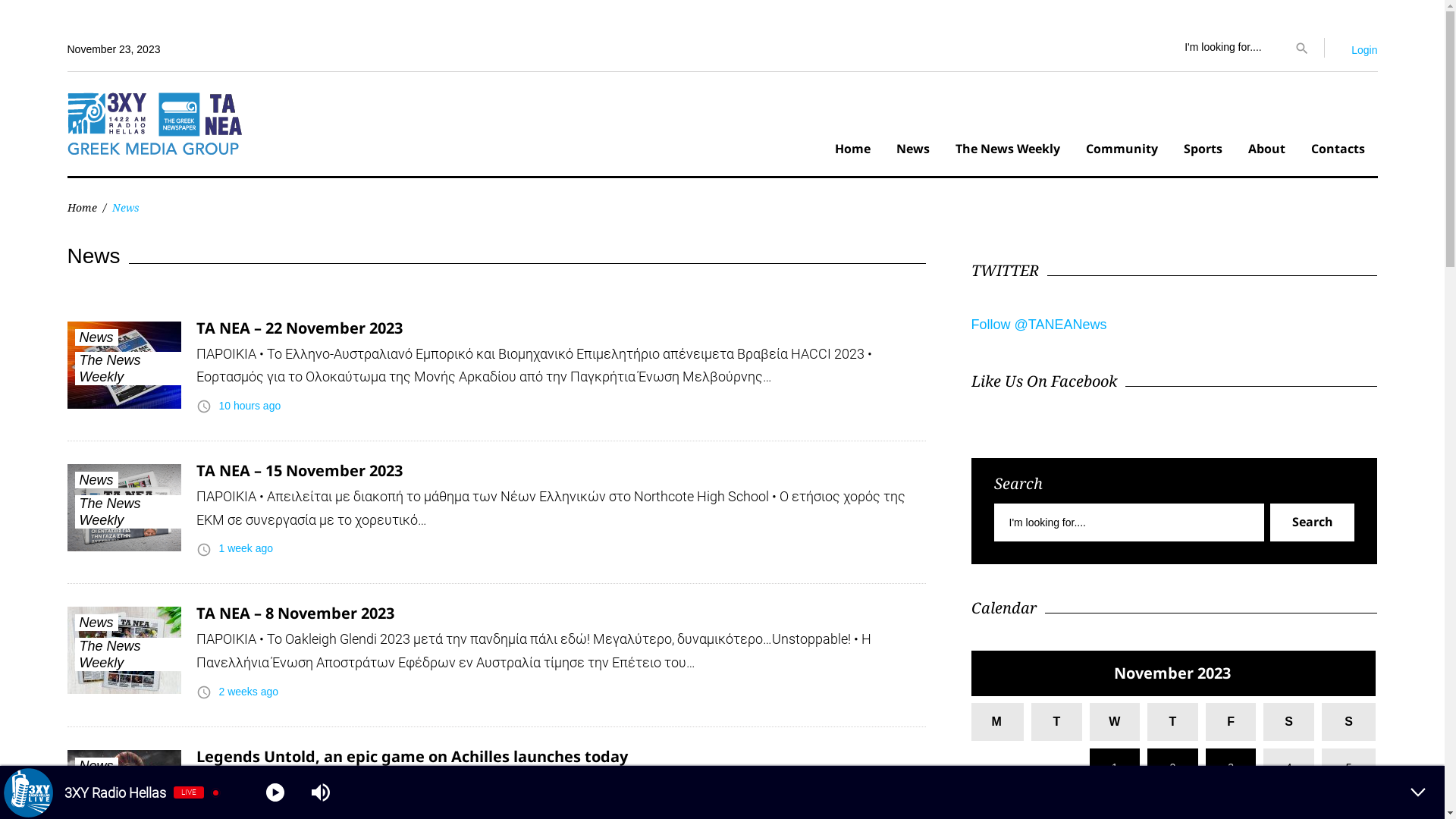  What do you see at coordinates (1121, 151) in the screenshot?
I see `'Community'` at bounding box center [1121, 151].